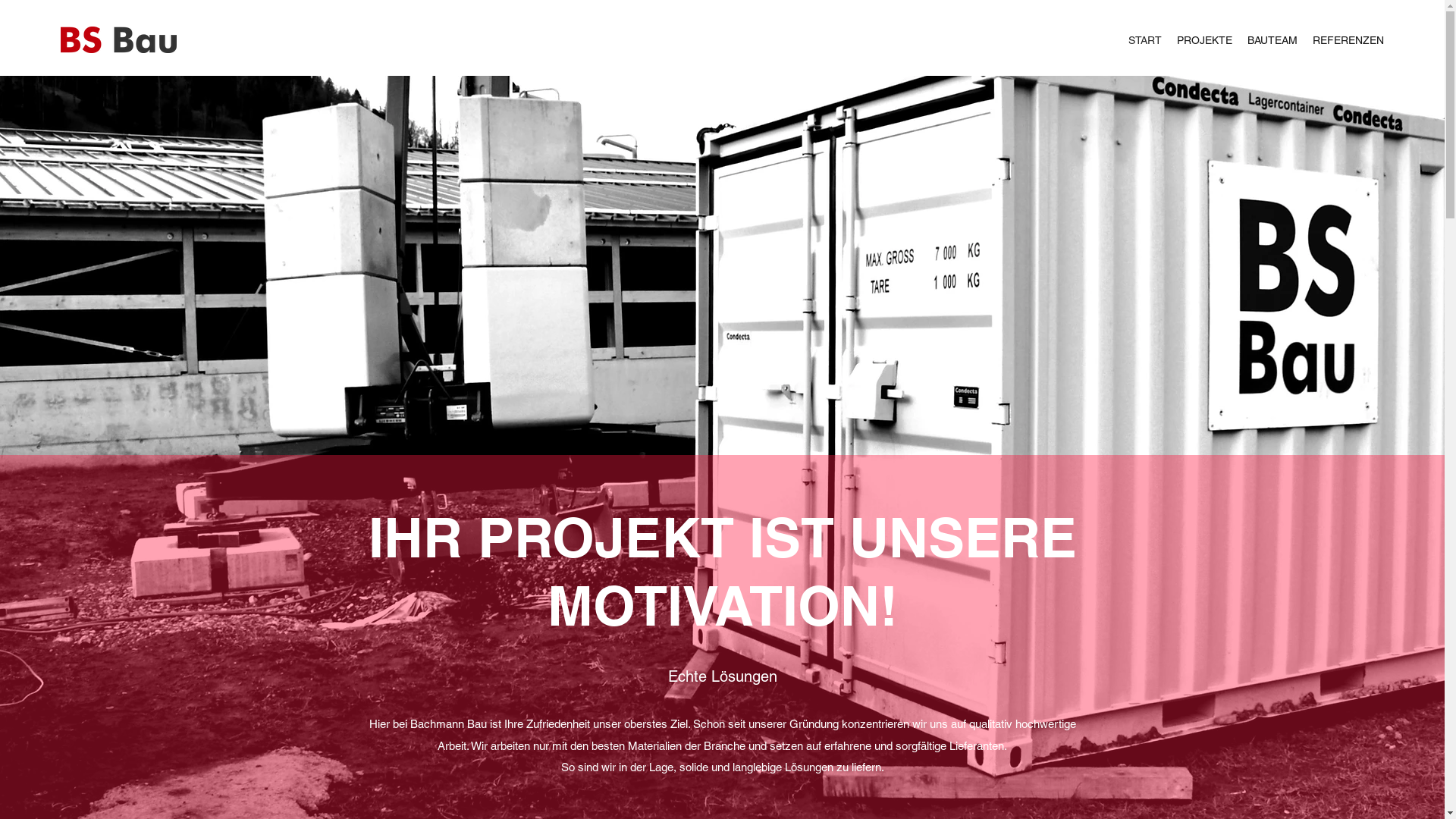 The image size is (1456, 819). I want to click on 'REFERENZEN', so click(1348, 39).